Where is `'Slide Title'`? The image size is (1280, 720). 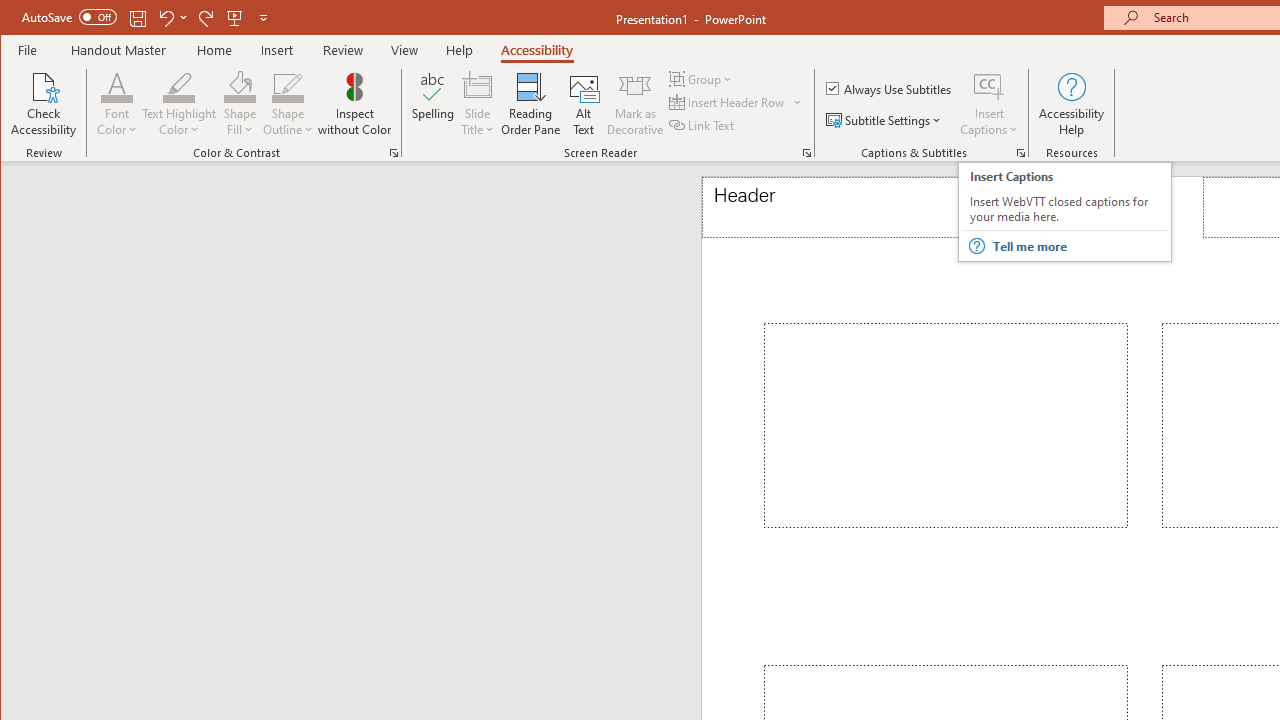 'Slide Title' is located at coordinates (477, 104).